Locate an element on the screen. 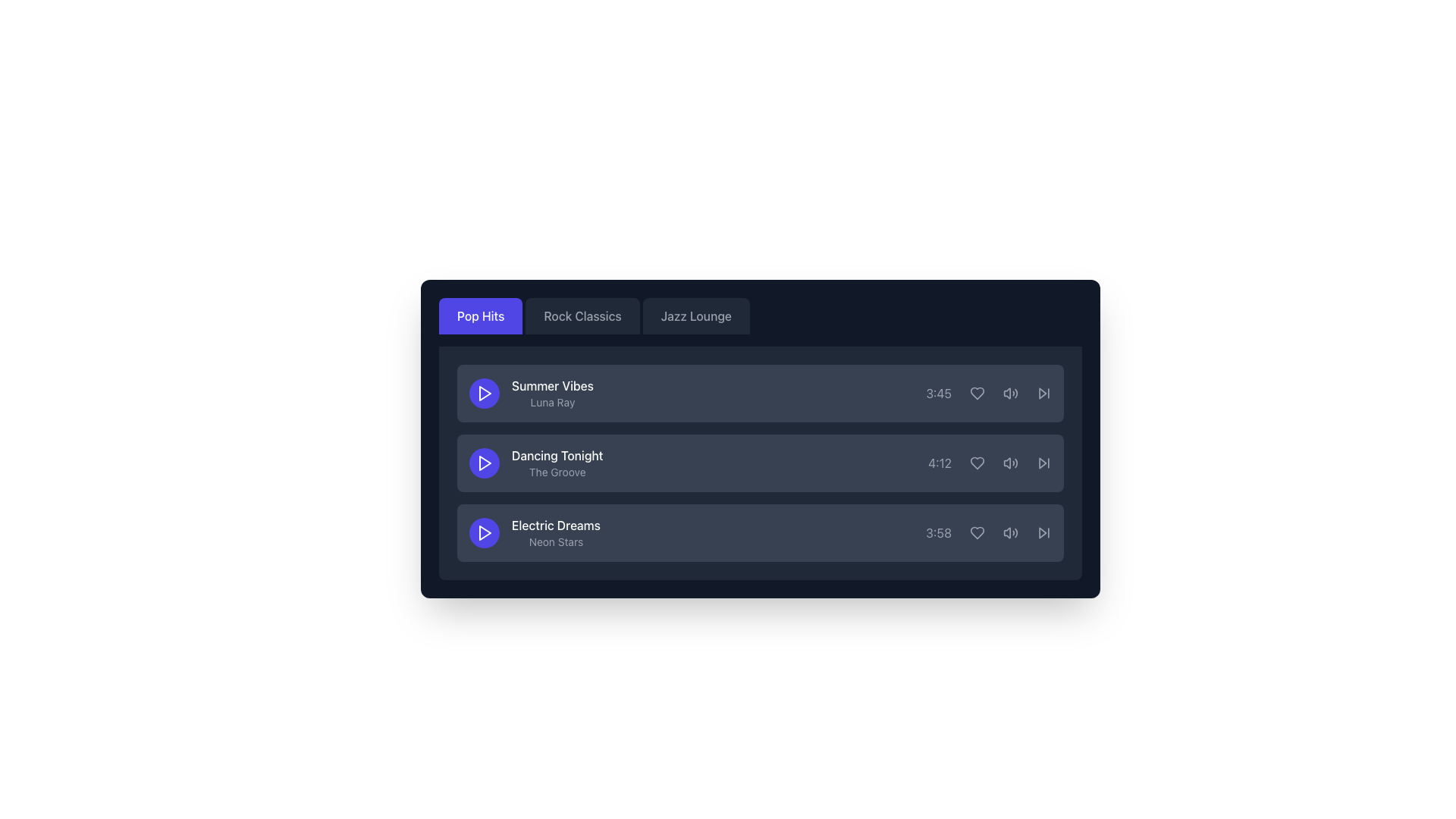  the text label providing information about the artist 'Luna Ray' for the song 'Summer Vibes', which is located immediately below the title 'Summer Vibes' is located at coordinates (552, 402).